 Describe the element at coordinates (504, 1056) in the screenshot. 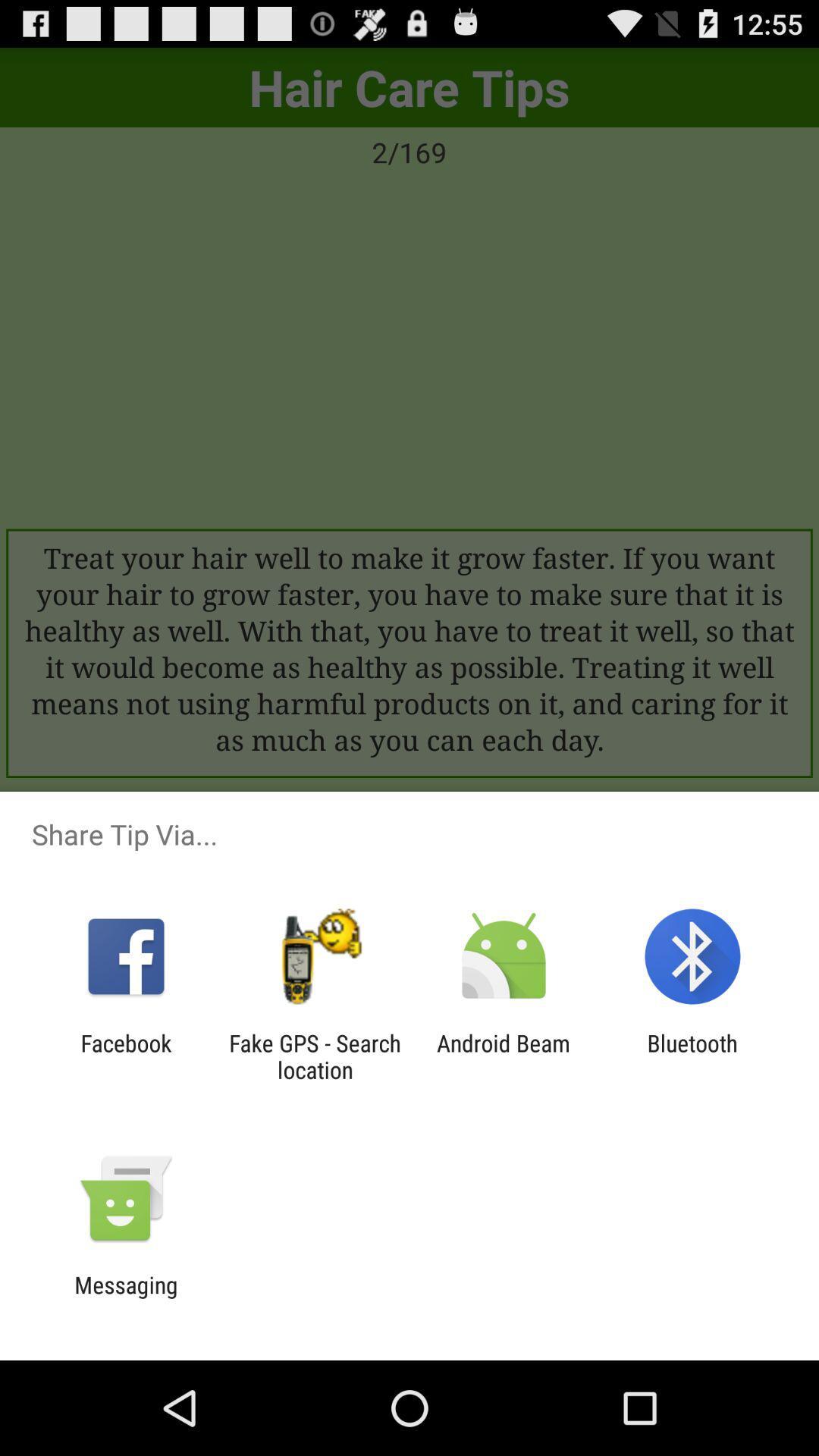

I see `android beam app` at that location.